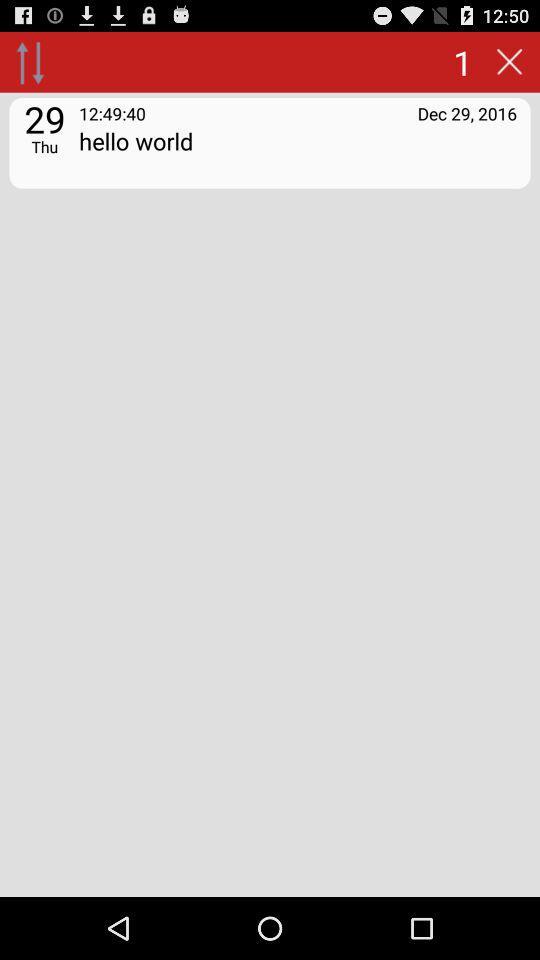  I want to click on item above 29, so click(29, 61).